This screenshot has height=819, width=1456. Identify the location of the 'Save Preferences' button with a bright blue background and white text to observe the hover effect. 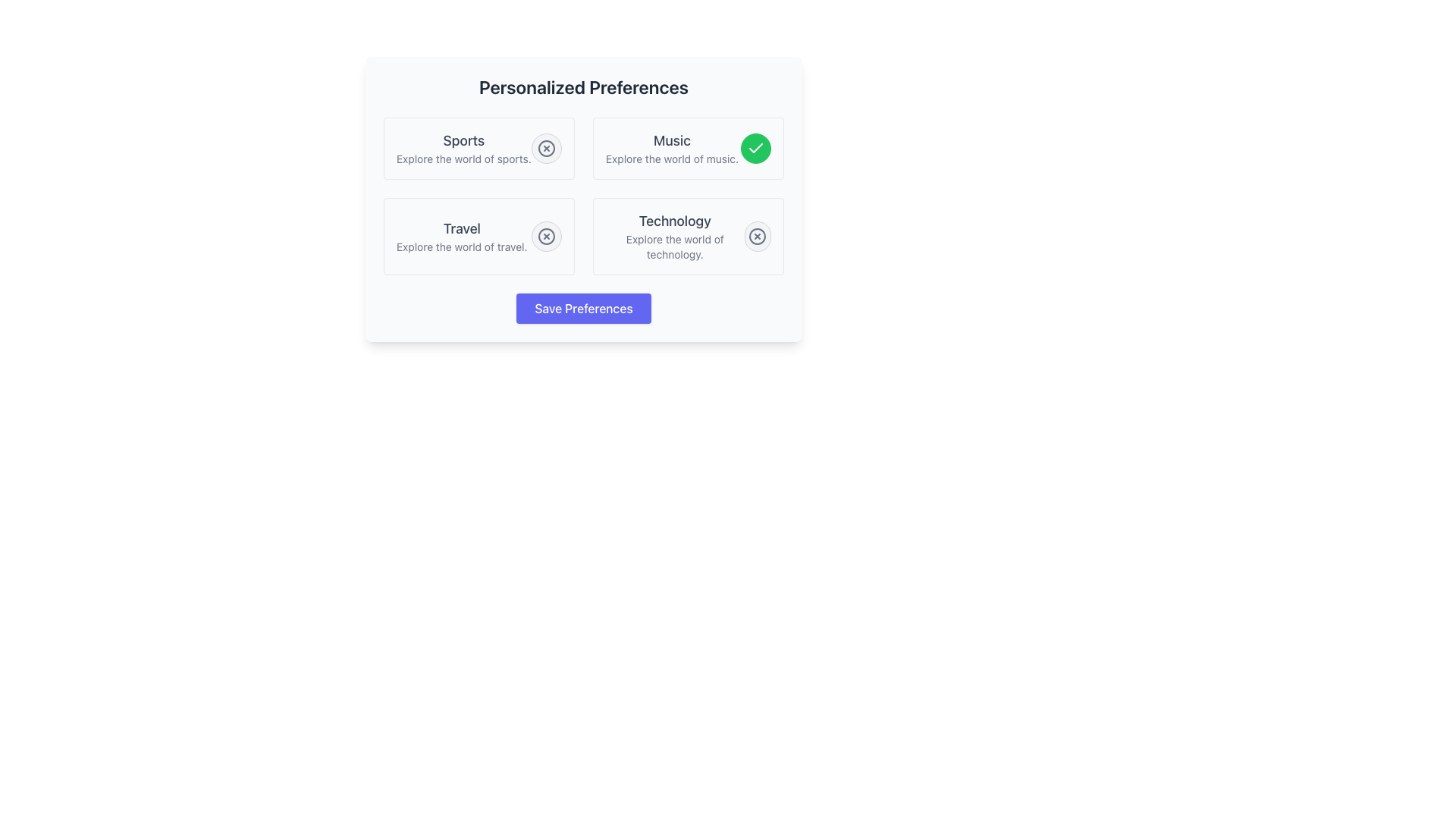
(582, 308).